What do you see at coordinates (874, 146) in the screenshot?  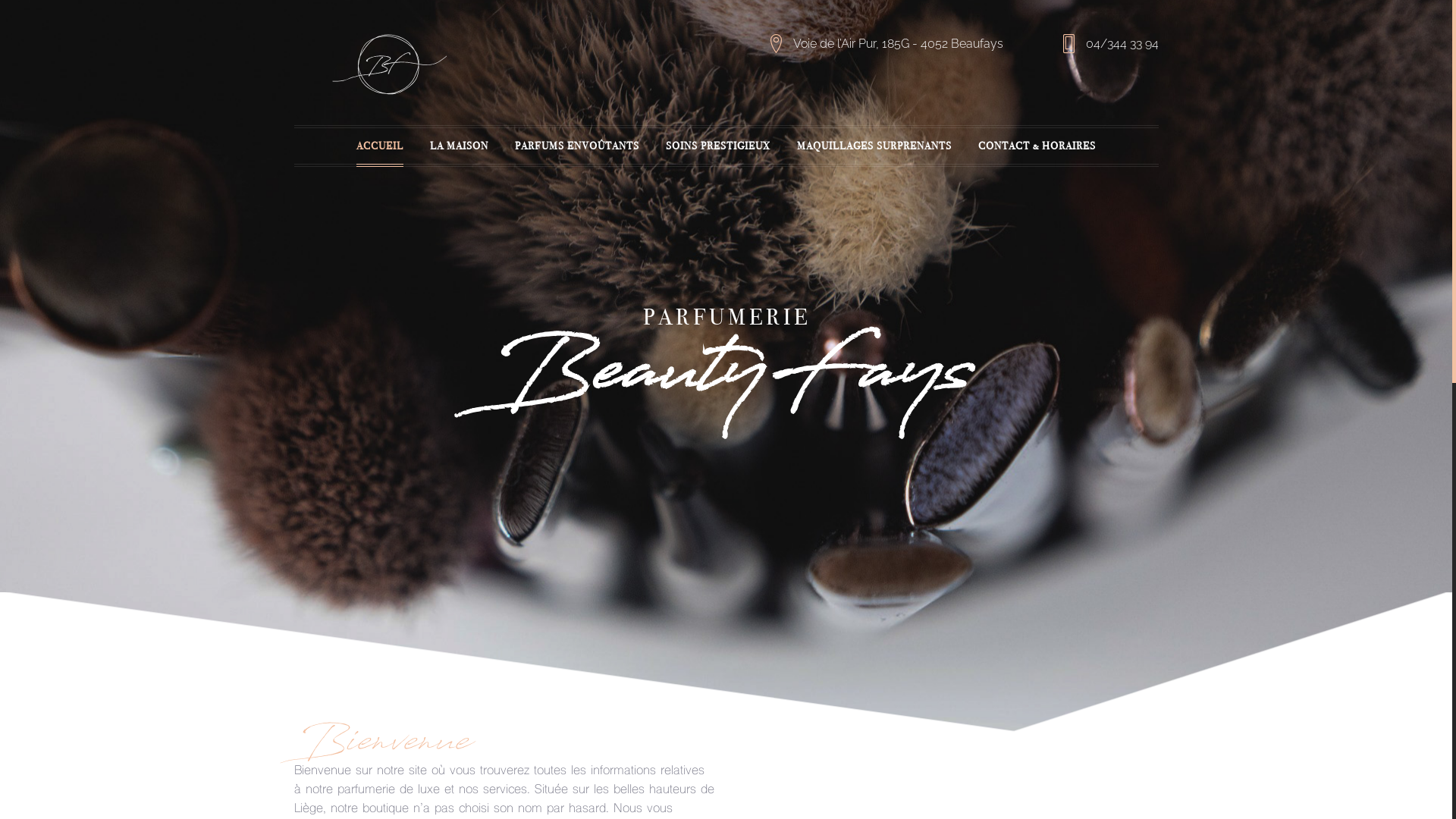 I see `'MAQUILLAGES SURPRENANTS'` at bounding box center [874, 146].